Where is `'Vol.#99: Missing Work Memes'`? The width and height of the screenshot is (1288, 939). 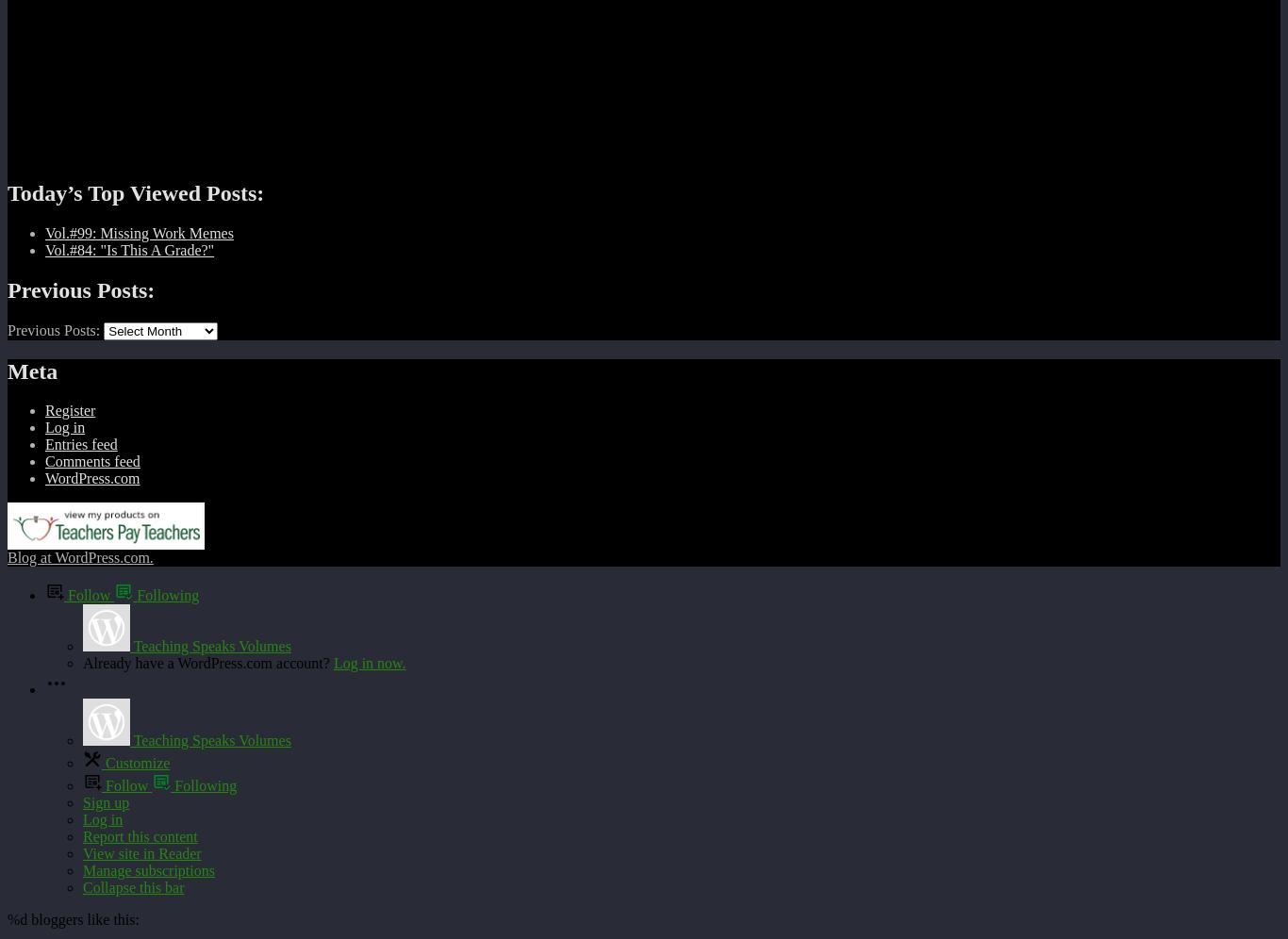
'Vol.#99: Missing Work Memes' is located at coordinates (138, 231).